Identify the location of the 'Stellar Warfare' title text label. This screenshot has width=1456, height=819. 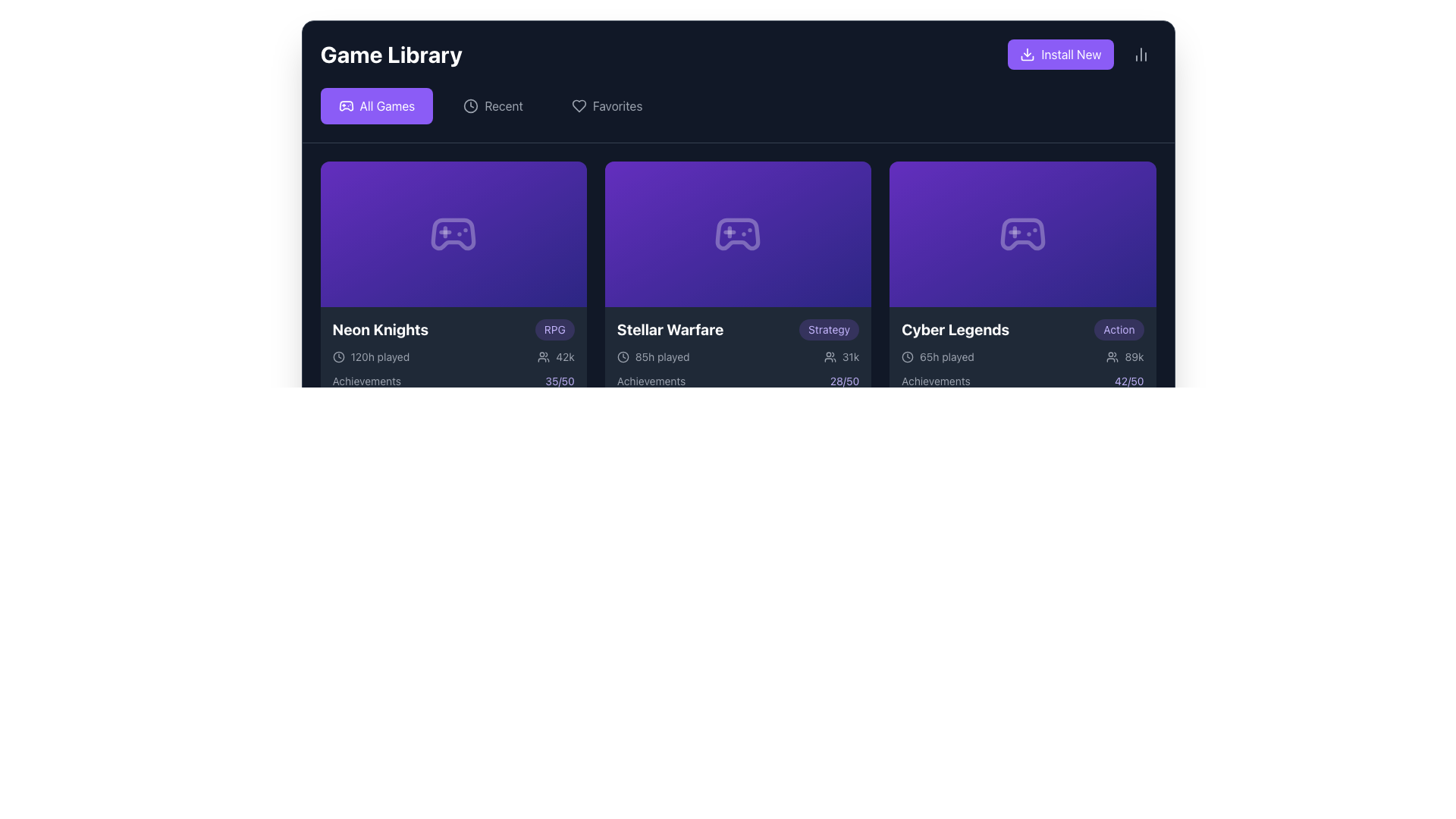
(669, 329).